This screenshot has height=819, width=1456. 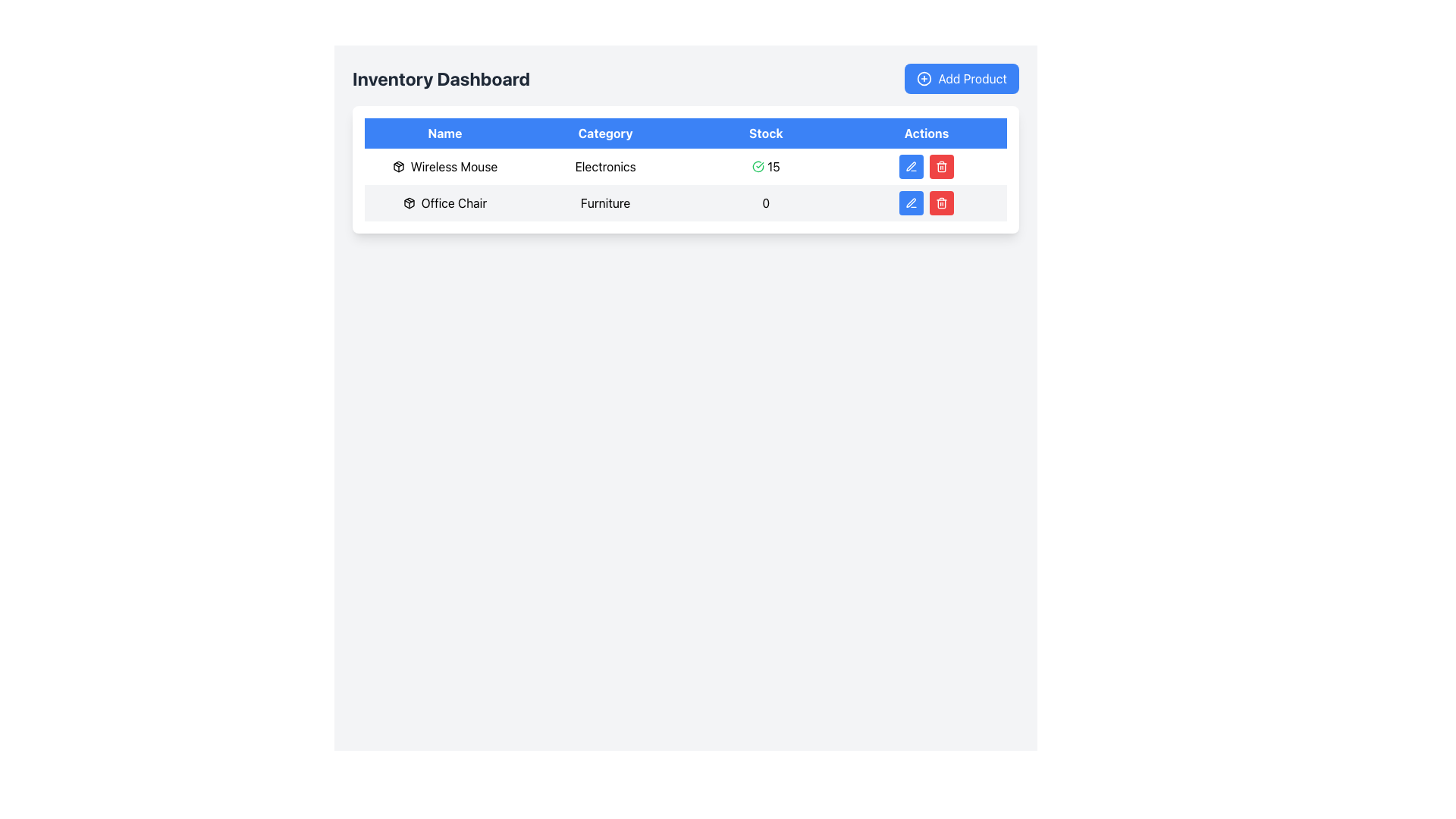 I want to click on the circular '+' icon located to the left of the 'Add Product' text within the blue button to trigger its function, so click(x=924, y=79).